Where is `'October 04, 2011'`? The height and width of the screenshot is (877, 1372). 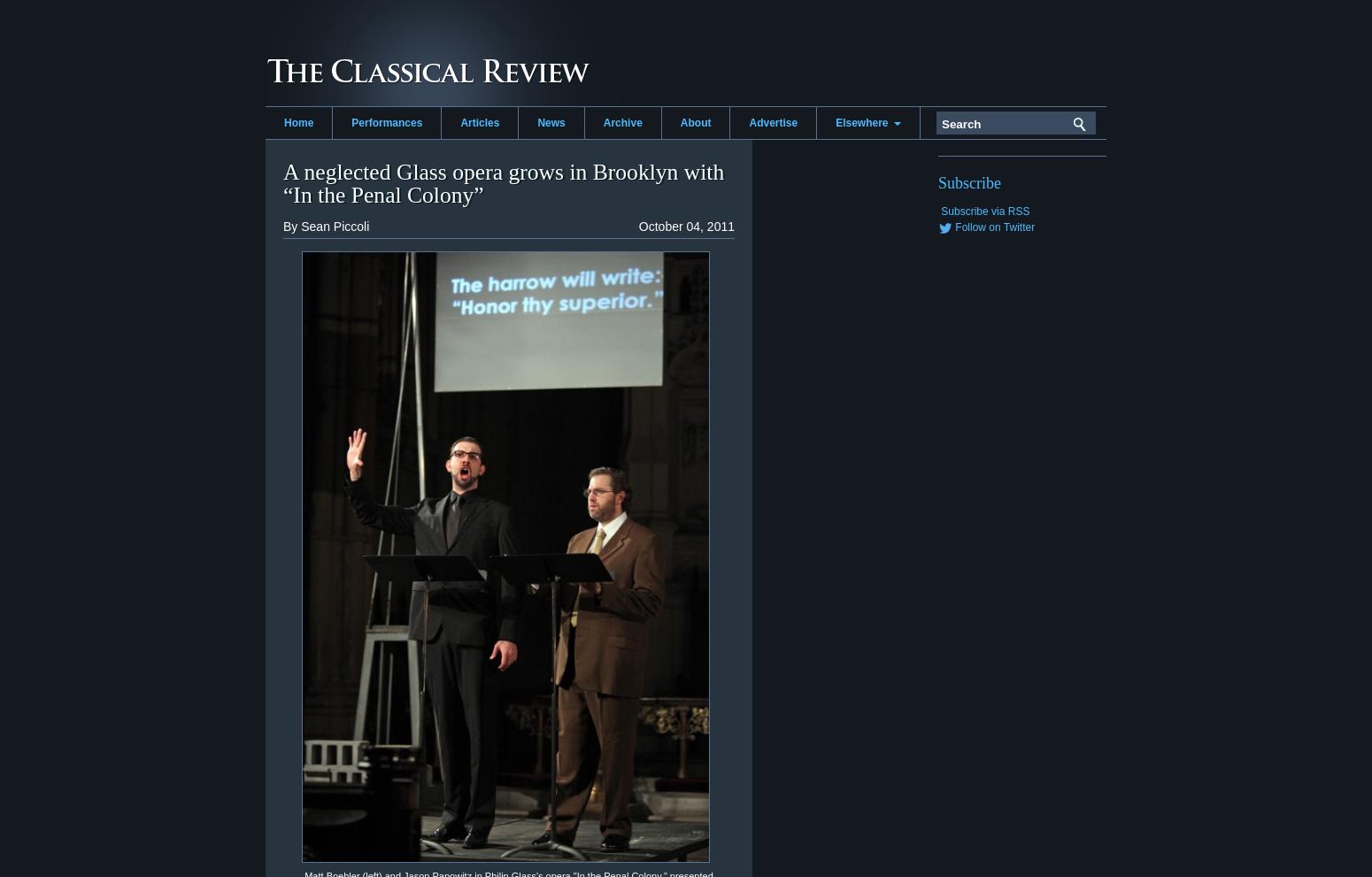
'October 04, 2011' is located at coordinates (686, 225).